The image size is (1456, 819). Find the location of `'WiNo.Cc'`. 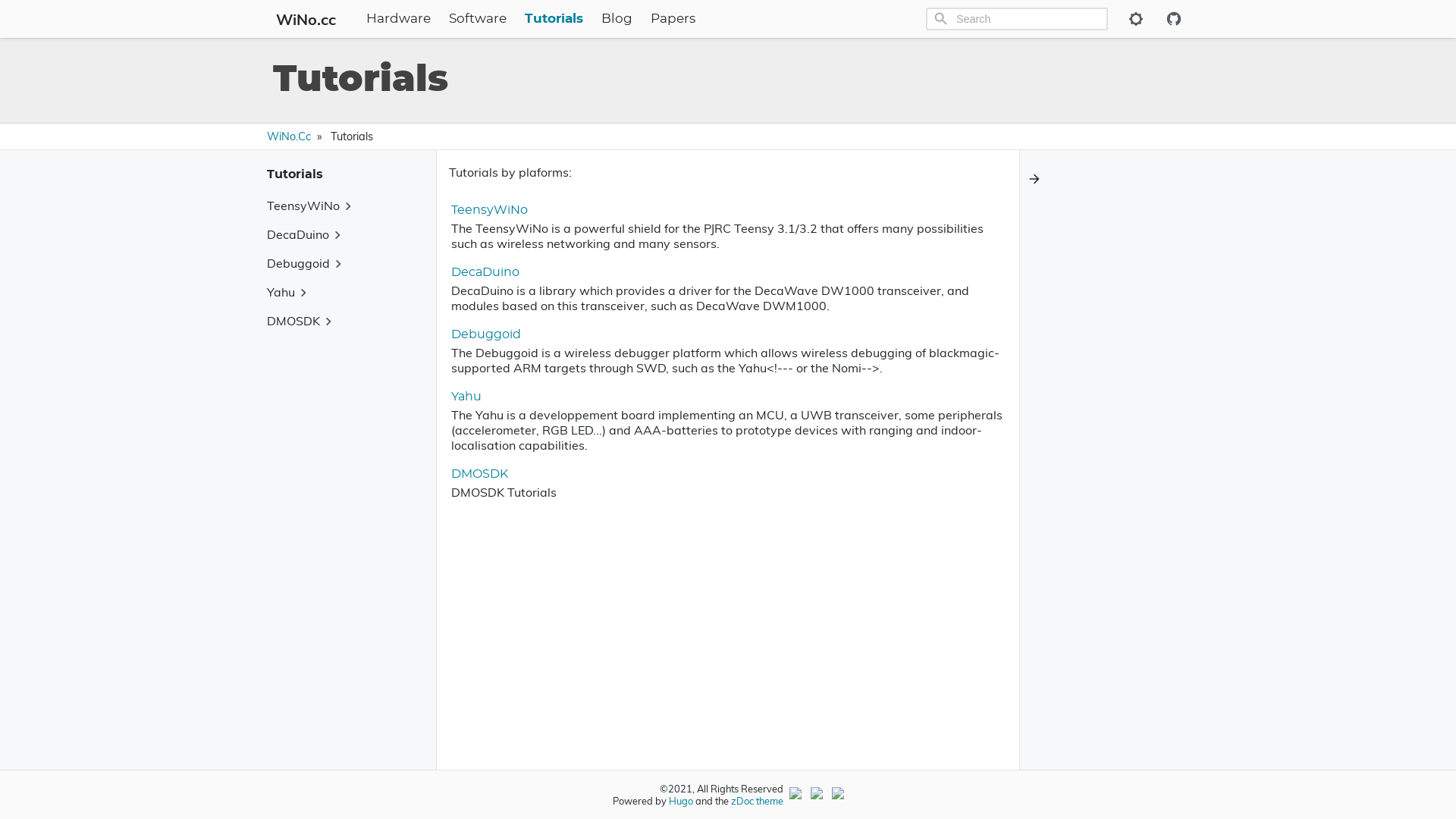

'WiNo.Cc' is located at coordinates (288, 136).